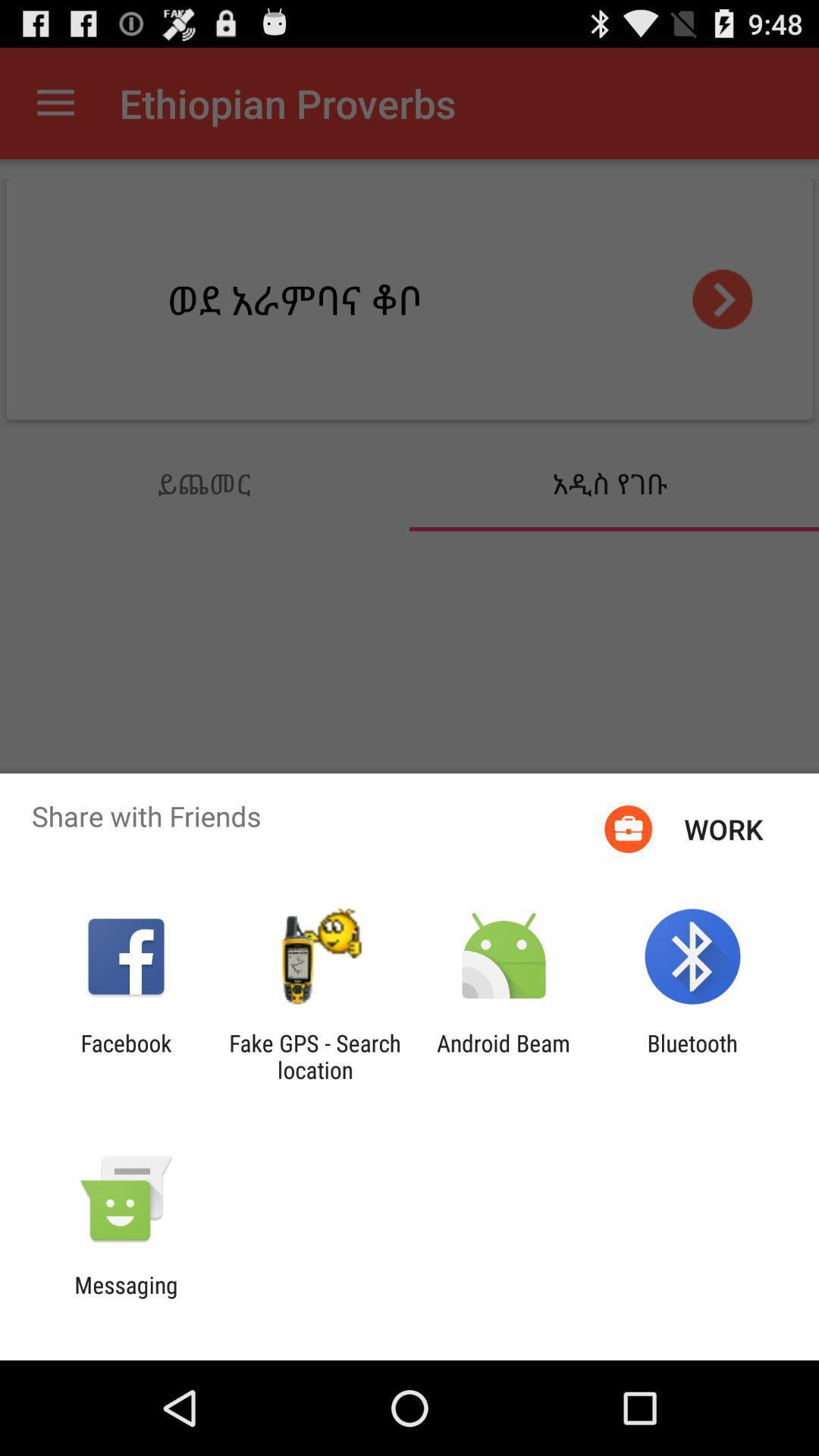 This screenshot has height=1456, width=819. Describe the element at coordinates (125, 1056) in the screenshot. I see `icon to the left of the fake gps search icon` at that location.